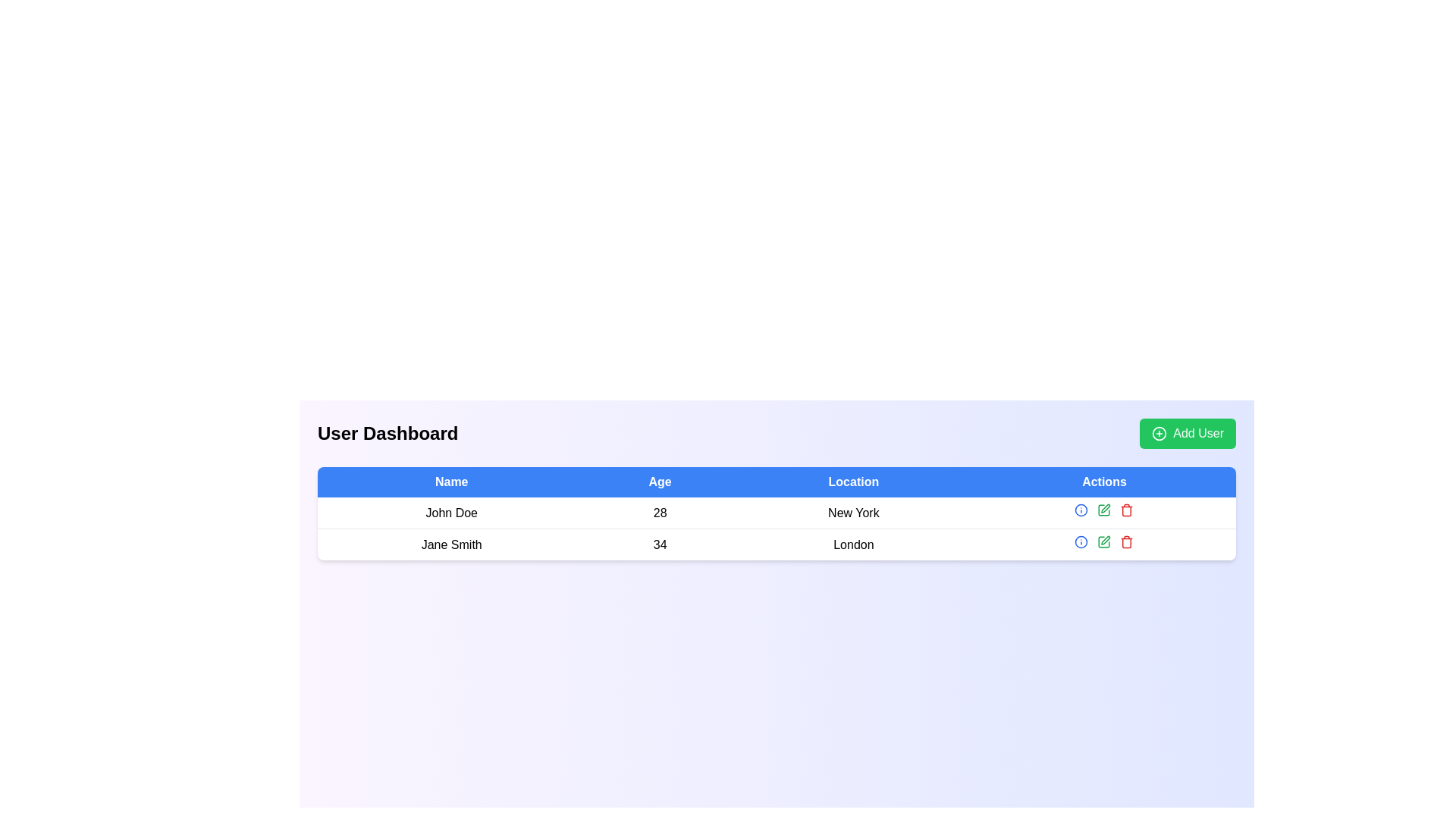 The height and width of the screenshot is (819, 1456). What do you see at coordinates (1080, 541) in the screenshot?
I see `the help icon button located` at bounding box center [1080, 541].